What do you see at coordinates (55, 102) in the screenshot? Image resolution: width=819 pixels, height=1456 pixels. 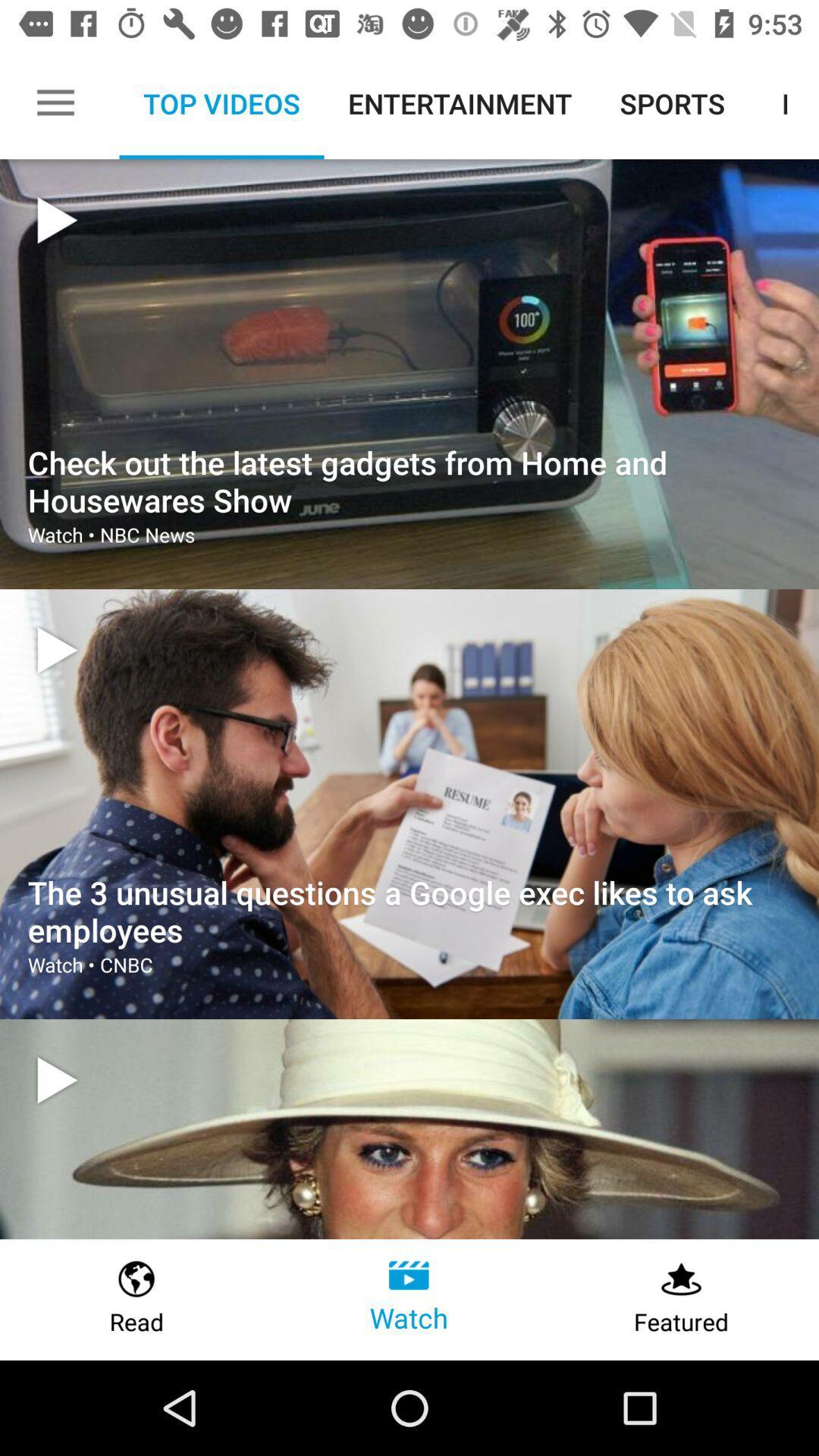 I see `the icon to the left of the top videos icon` at bounding box center [55, 102].